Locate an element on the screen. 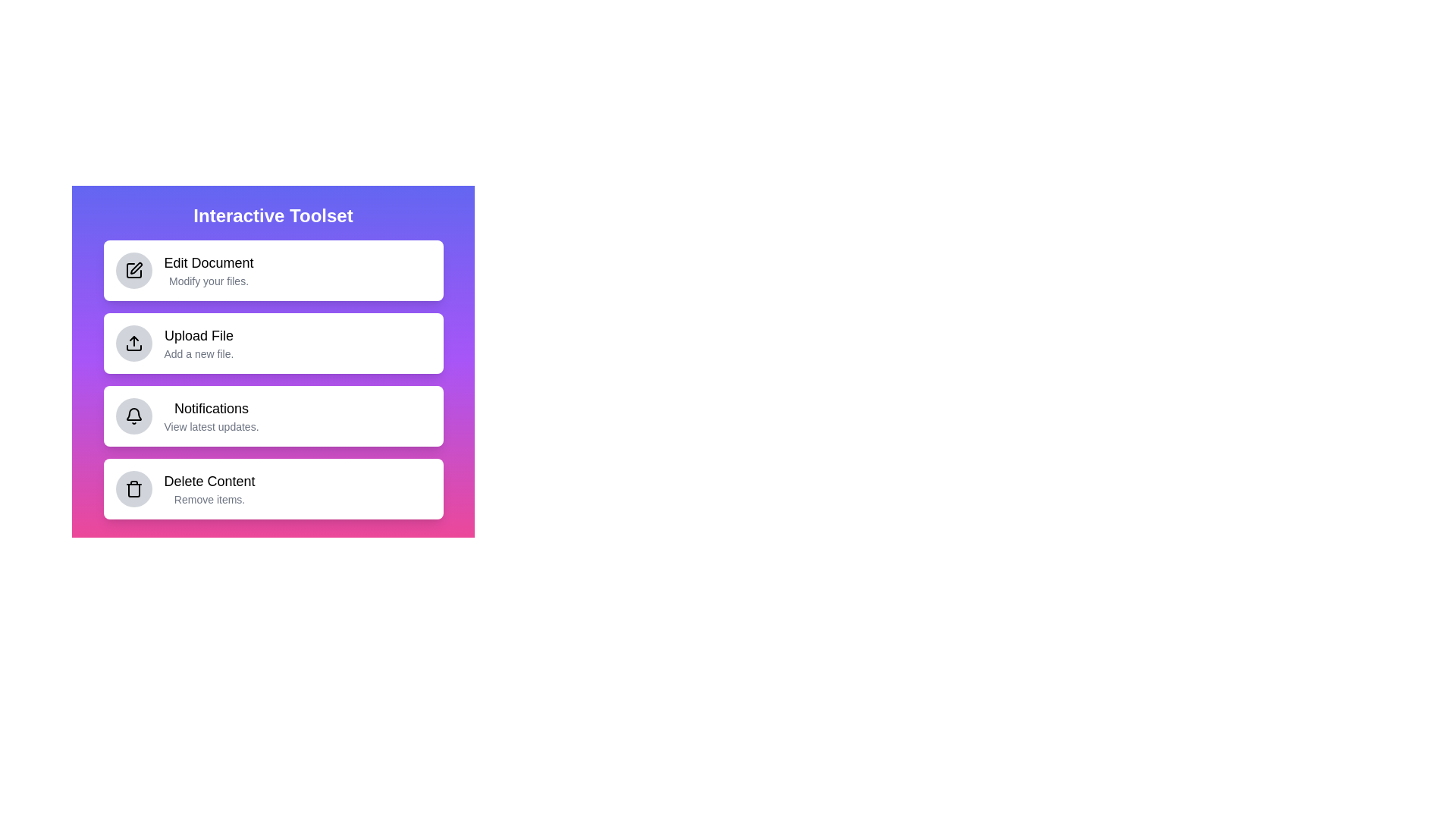 The image size is (1456, 819). the menu item labeled 'Edit Document' to read its description is located at coordinates (273, 270).